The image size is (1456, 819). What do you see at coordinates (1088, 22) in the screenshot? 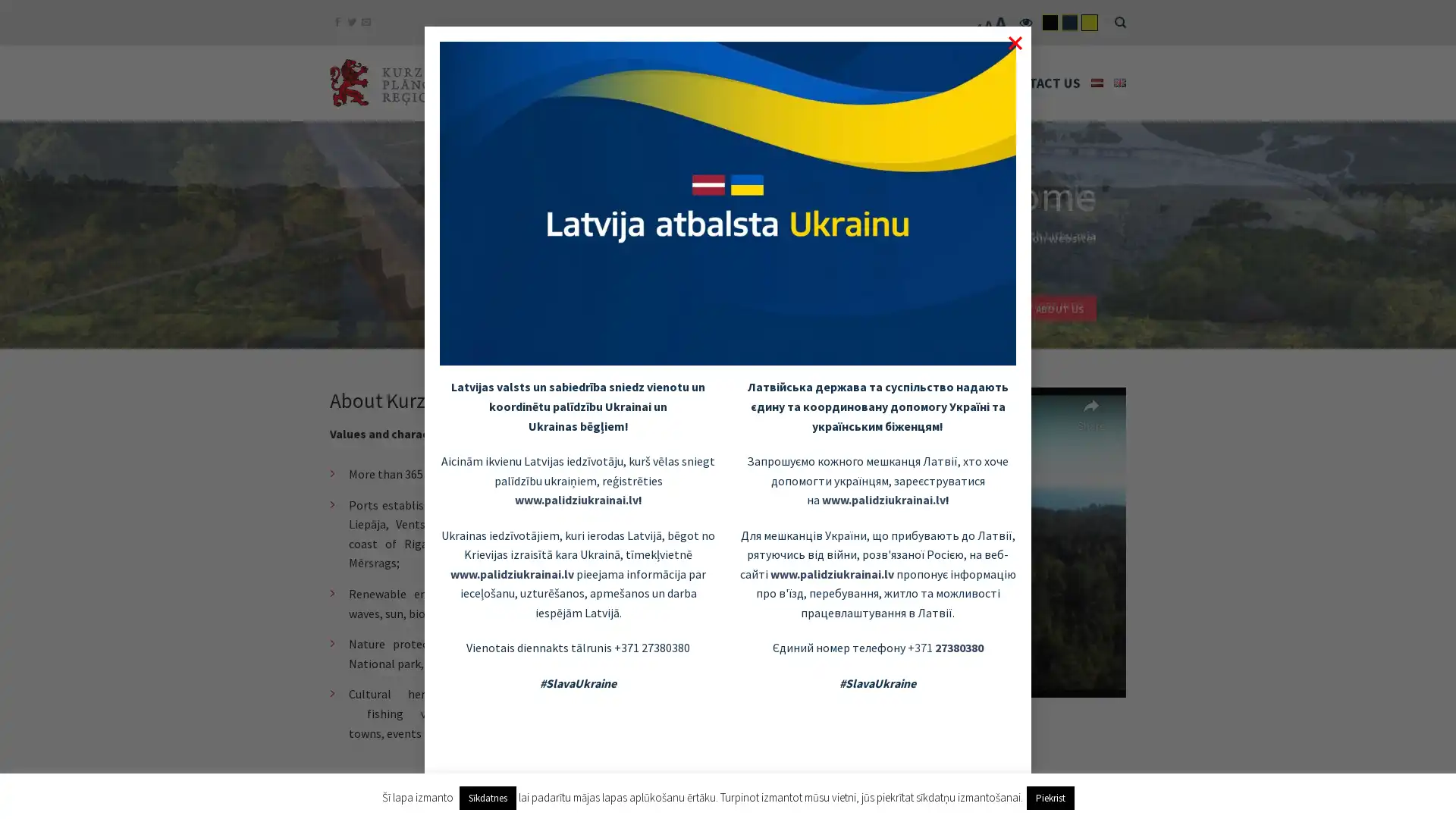
I see `flatsome-yelow` at bounding box center [1088, 22].